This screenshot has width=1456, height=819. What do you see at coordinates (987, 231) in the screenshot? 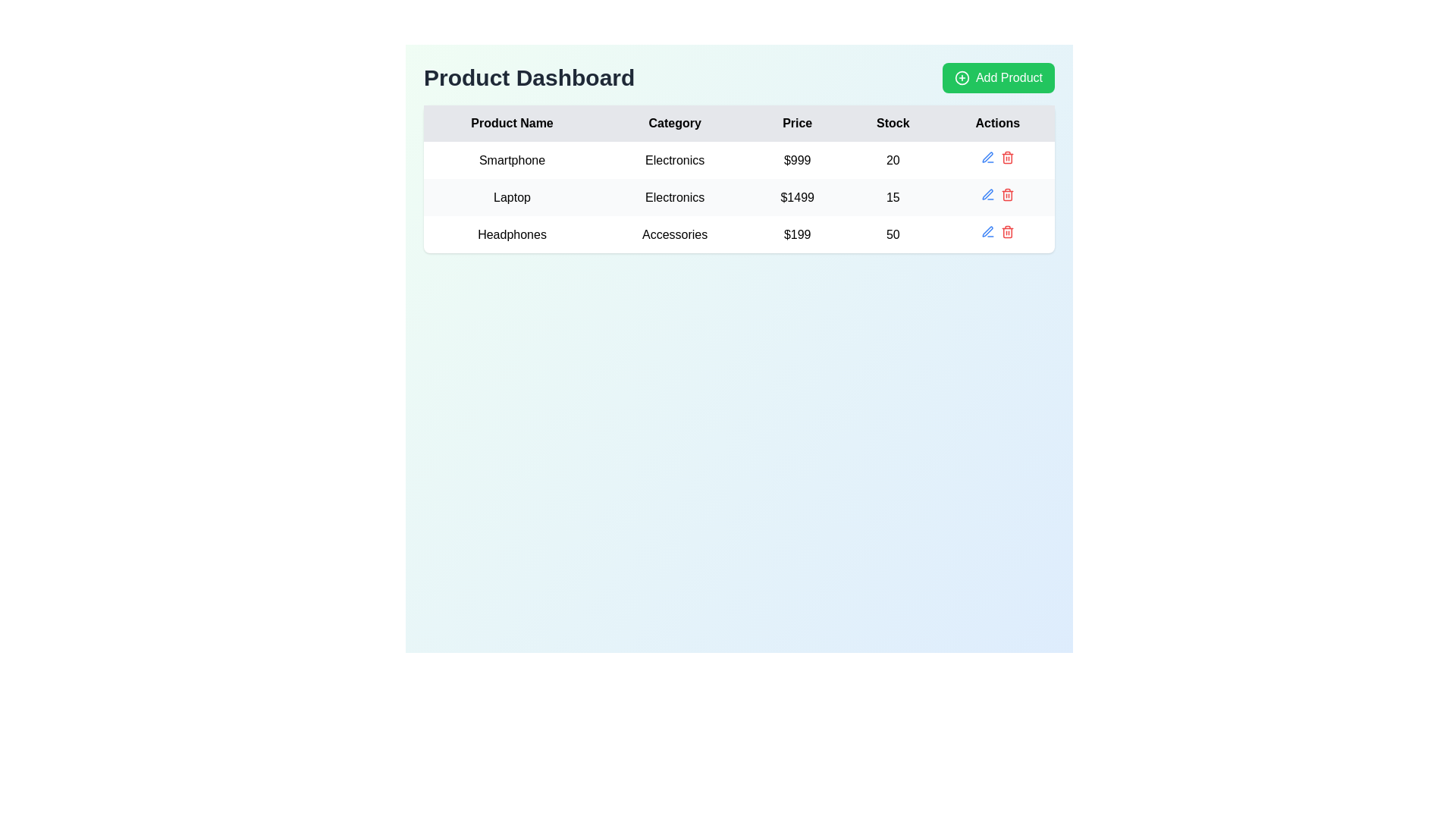
I see `the pen icon button located in the 'Actions' column of the first row of the table, which is styled with a blue color` at bounding box center [987, 231].